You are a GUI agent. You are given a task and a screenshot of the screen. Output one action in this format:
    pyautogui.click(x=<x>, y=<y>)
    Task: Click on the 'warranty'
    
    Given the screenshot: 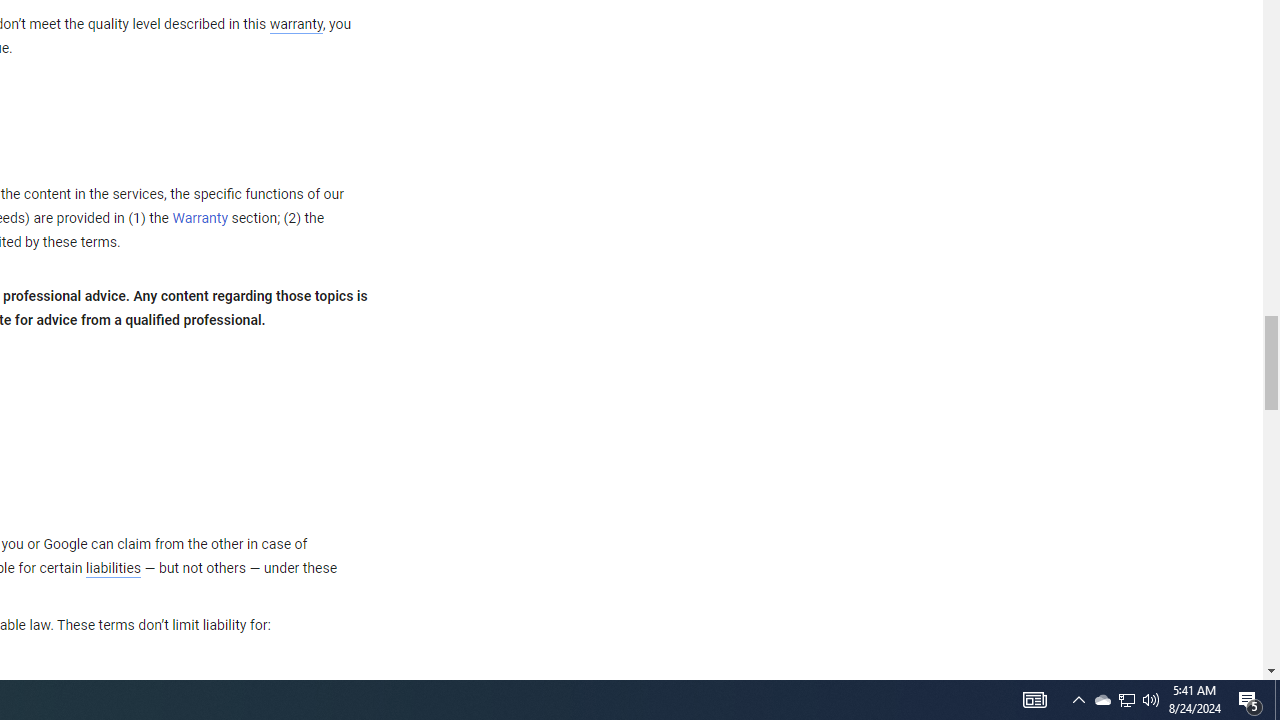 What is the action you would take?
    pyautogui.click(x=294, y=25)
    